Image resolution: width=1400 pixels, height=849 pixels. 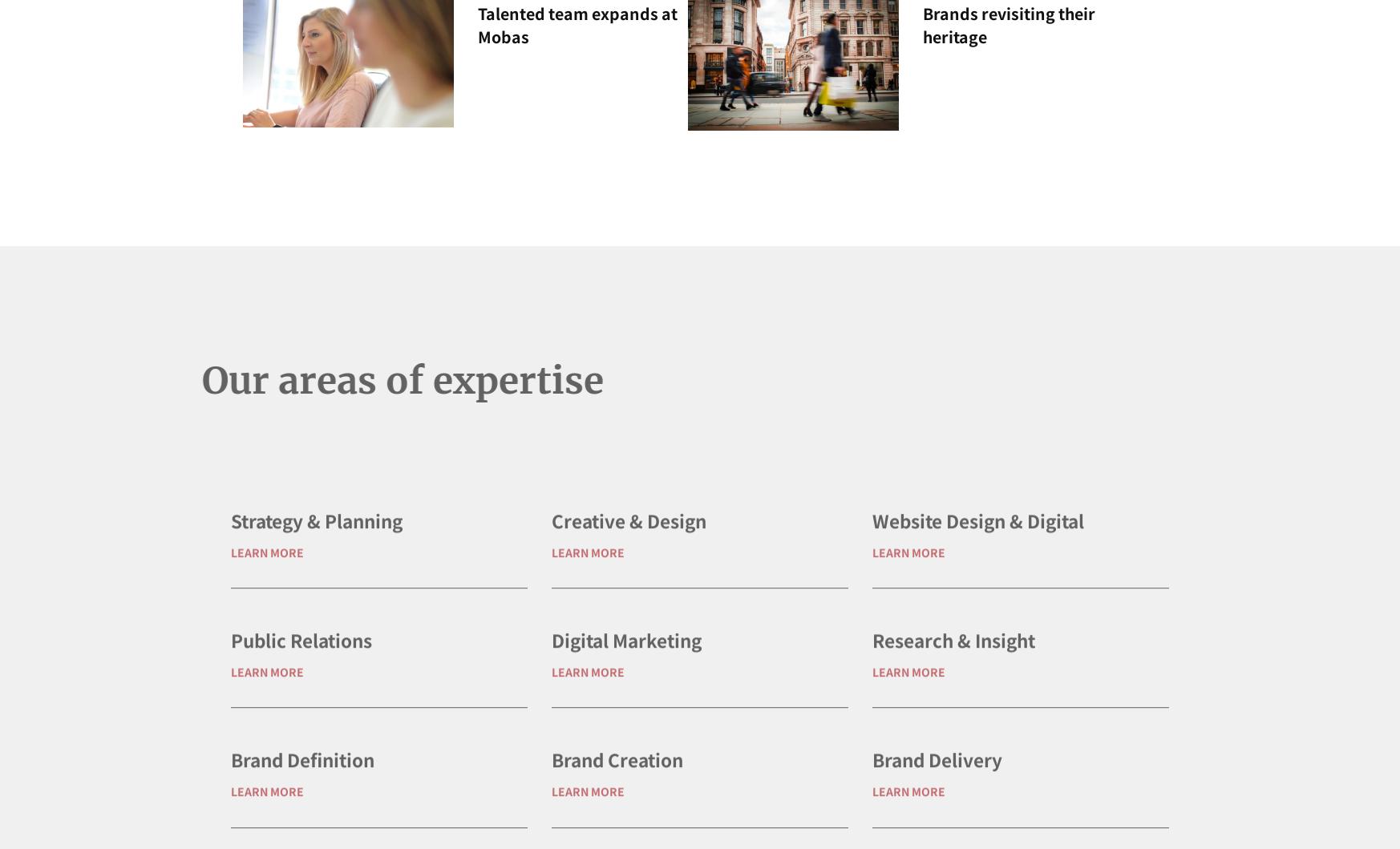 I want to click on 'Brand Creation', so click(x=615, y=810).